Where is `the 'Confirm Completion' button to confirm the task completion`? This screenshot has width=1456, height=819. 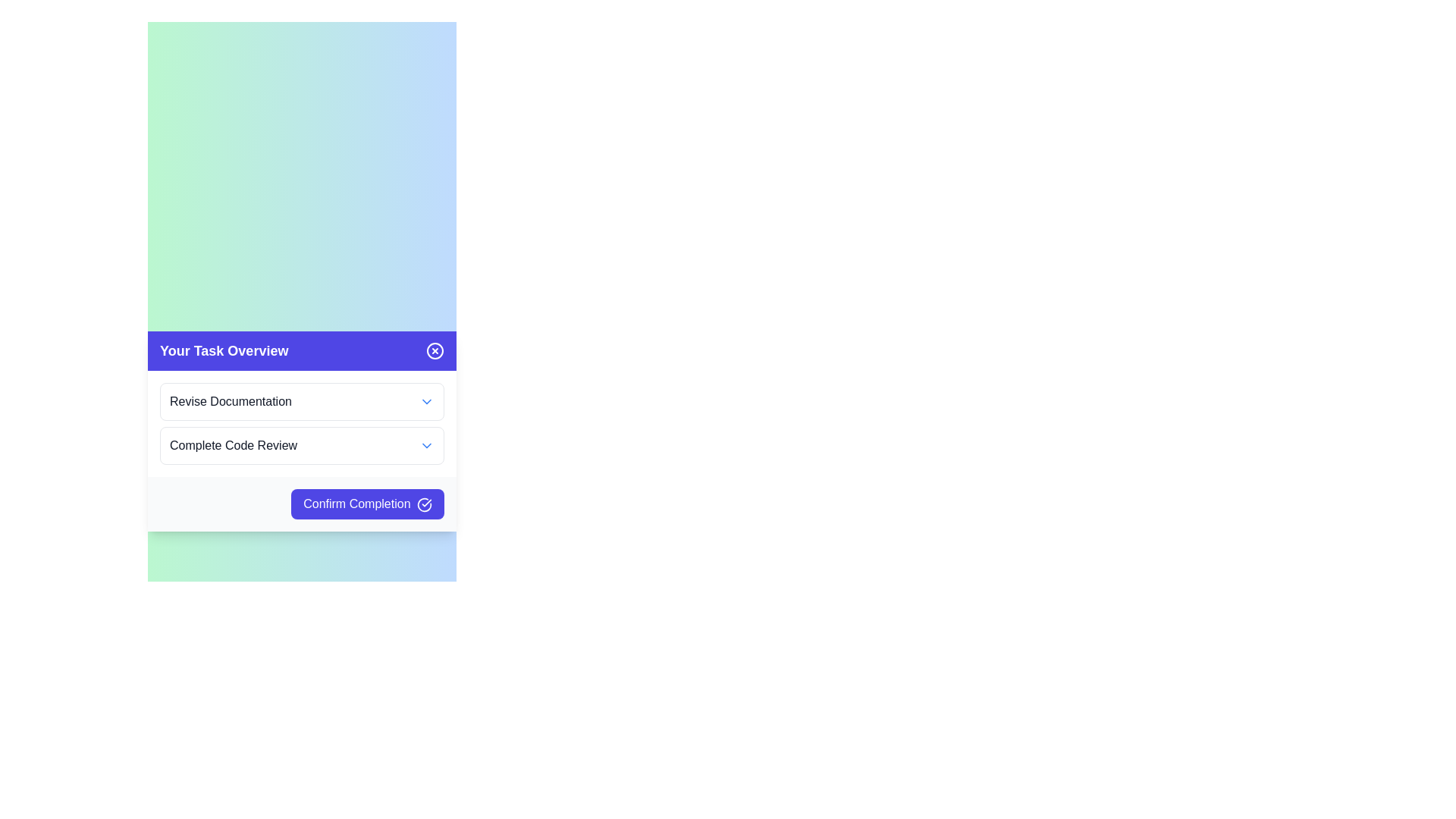 the 'Confirm Completion' button to confirm the task completion is located at coordinates (367, 504).